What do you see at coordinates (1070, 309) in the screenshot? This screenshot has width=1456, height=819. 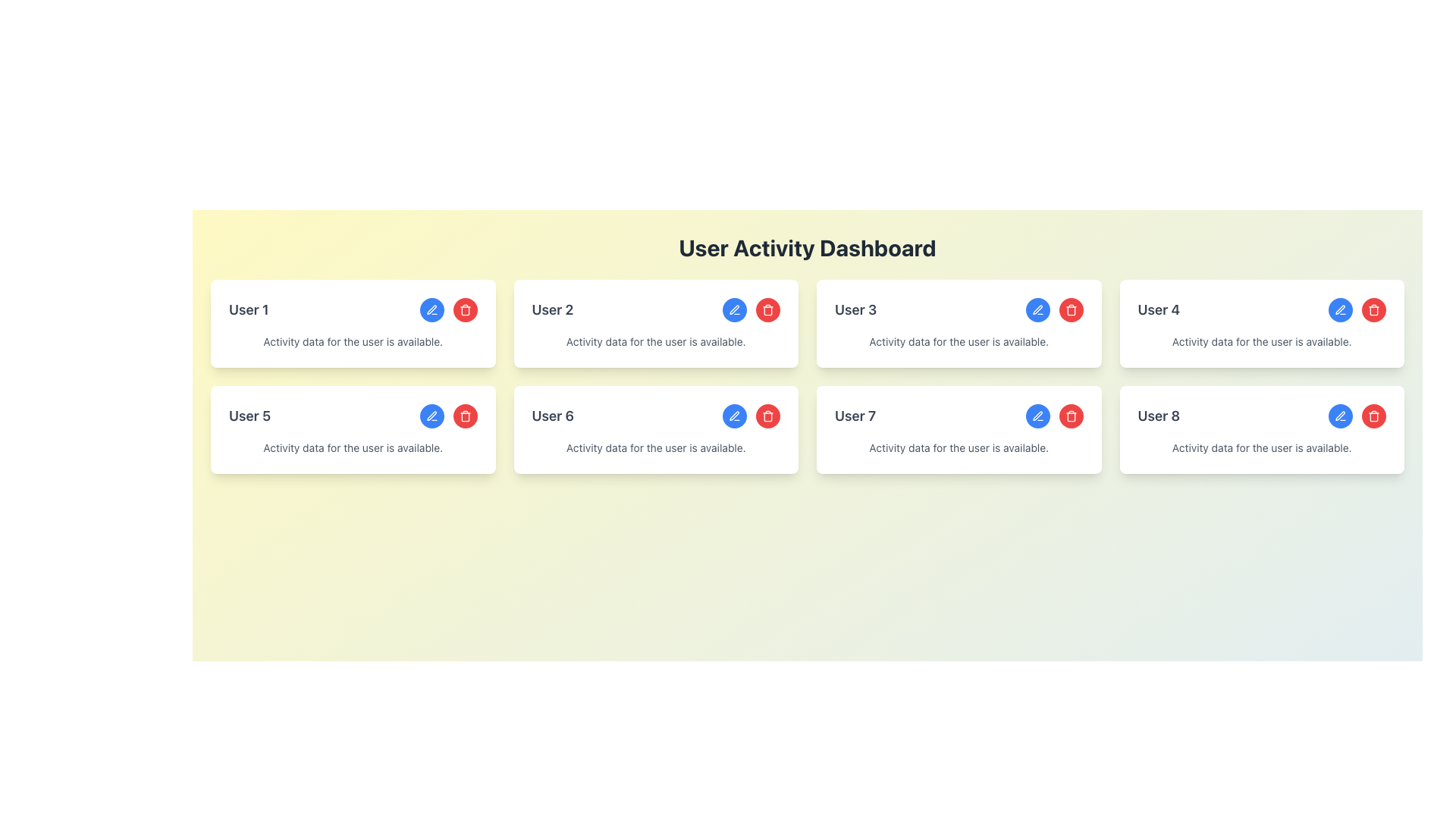 I see `the delete icon button located in the red circular region at the top-right corner of the card associated with 'User 7'` at bounding box center [1070, 309].